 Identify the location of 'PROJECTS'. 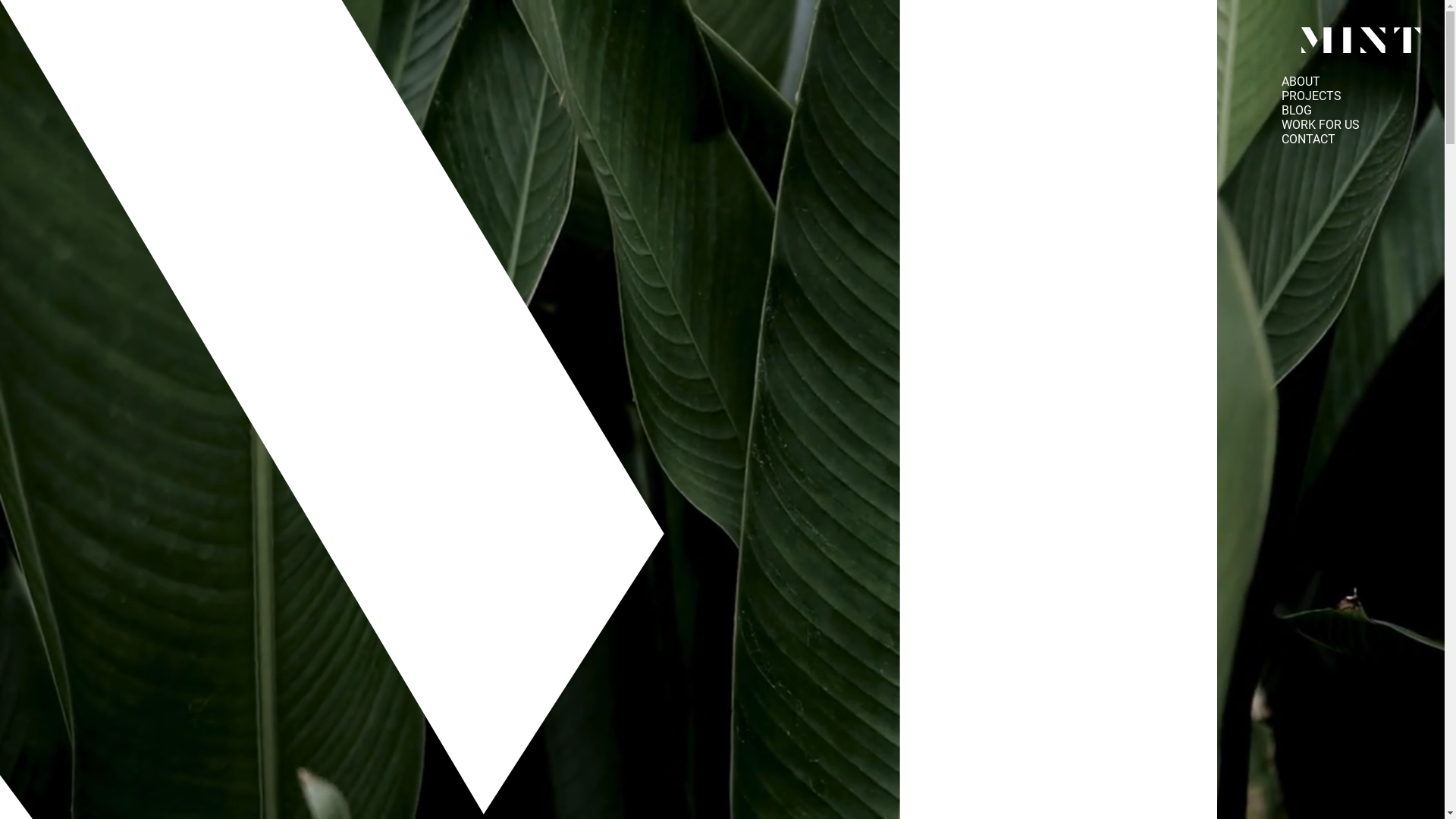
(1310, 96).